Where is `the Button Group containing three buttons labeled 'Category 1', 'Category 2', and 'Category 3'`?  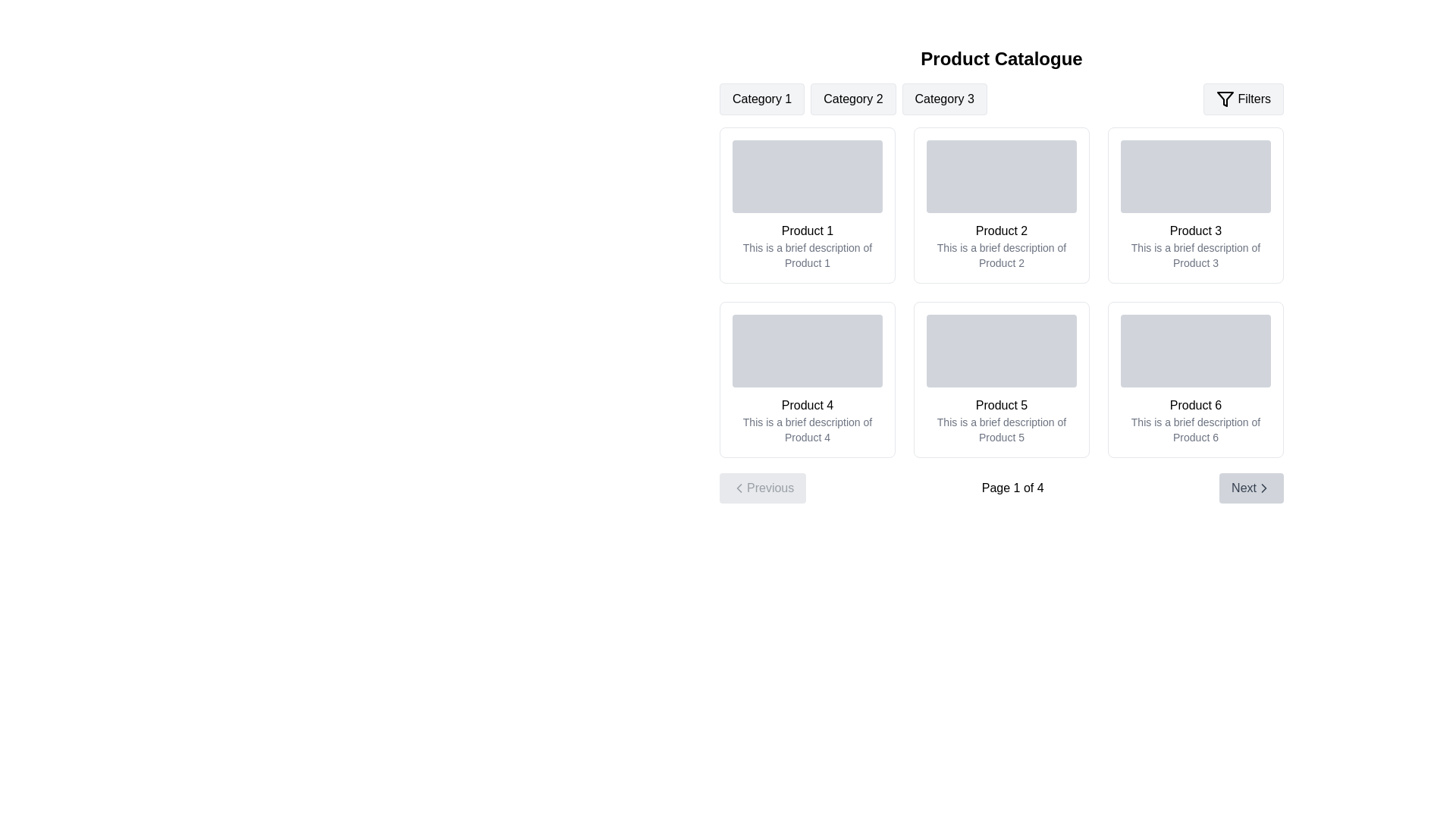 the Button Group containing three buttons labeled 'Category 1', 'Category 2', and 'Category 3' is located at coordinates (853, 99).